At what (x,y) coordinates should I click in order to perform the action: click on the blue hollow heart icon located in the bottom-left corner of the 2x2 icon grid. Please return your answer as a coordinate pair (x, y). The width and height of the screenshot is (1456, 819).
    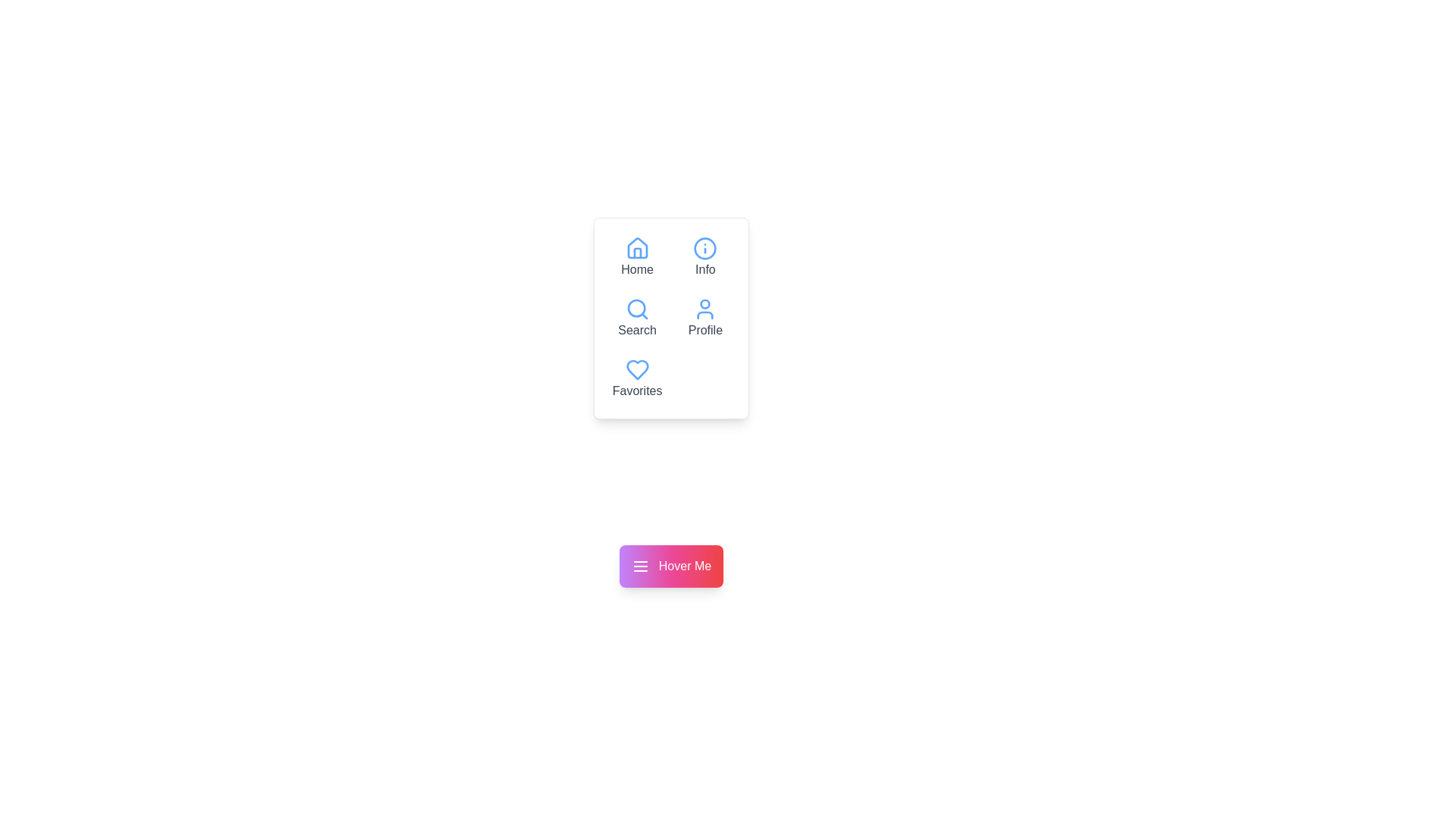
    Looking at the image, I should click on (637, 370).